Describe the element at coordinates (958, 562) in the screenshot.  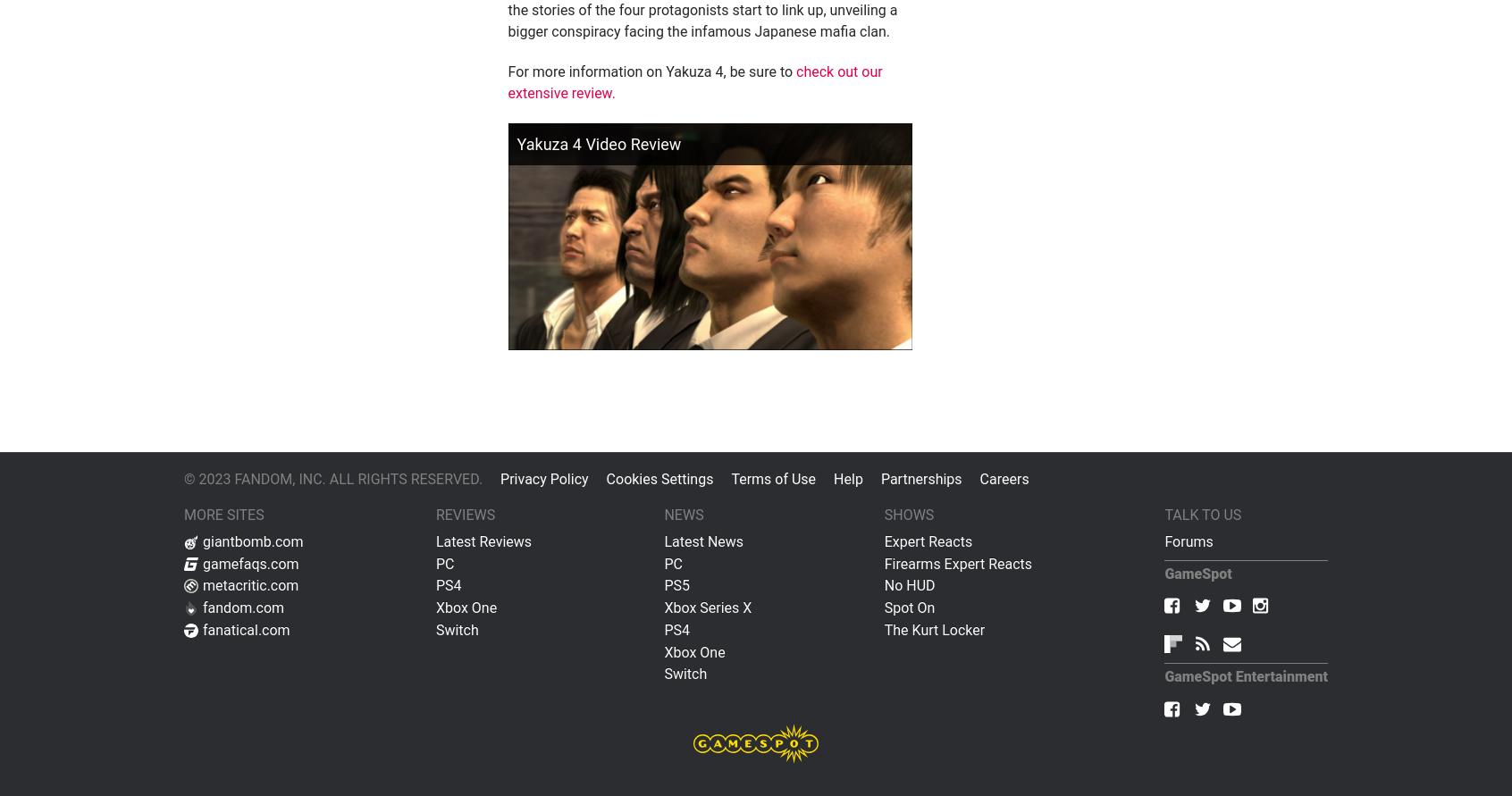
I see `'Firearms Expert Reacts'` at that location.